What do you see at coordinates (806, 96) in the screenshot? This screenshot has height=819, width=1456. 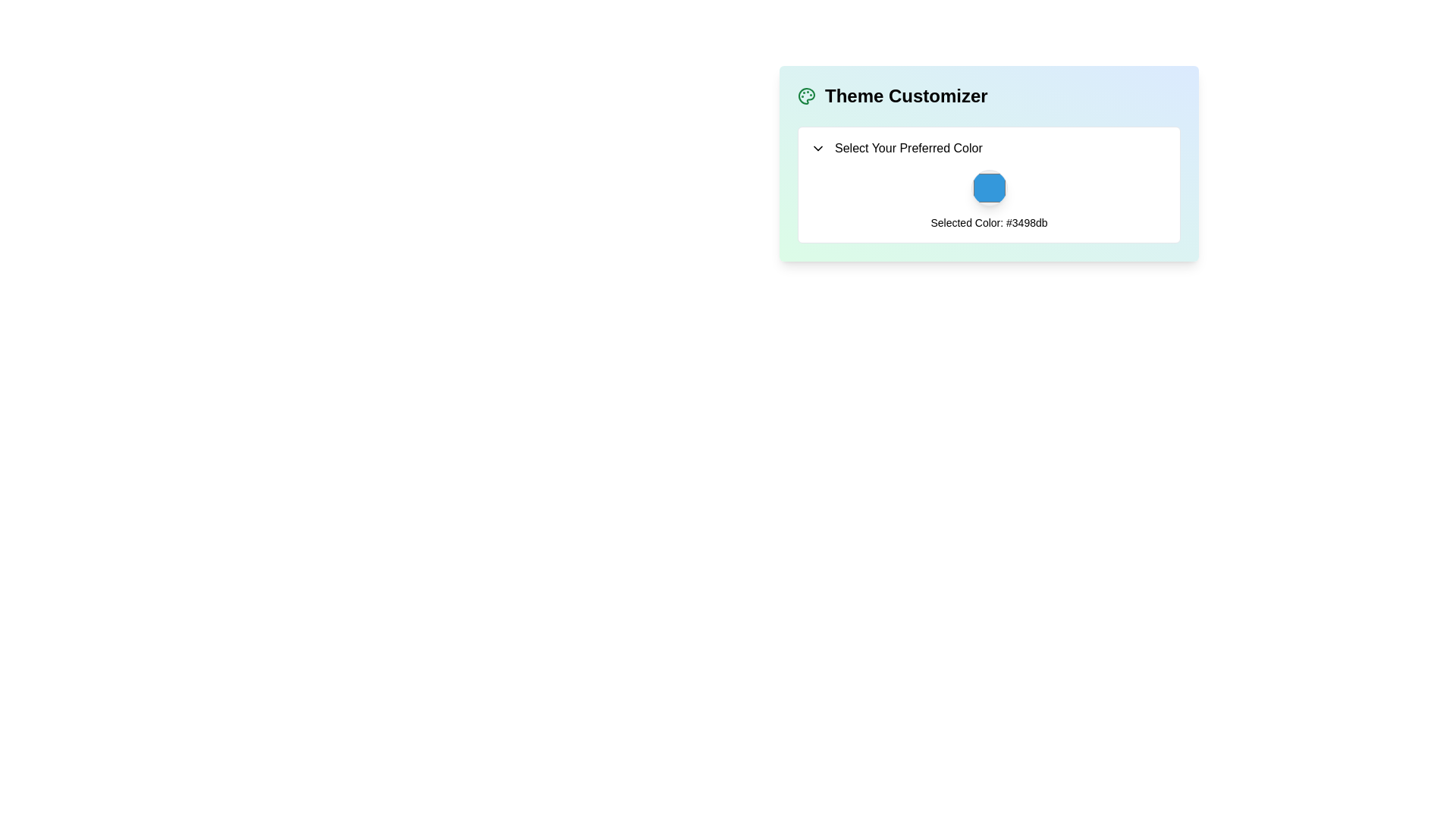 I see `the customization icon located at the left-most side of the 'Theme Customizer' title block, which aligns vertically with the text in the theme customization panel` at bounding box center [806, 96].